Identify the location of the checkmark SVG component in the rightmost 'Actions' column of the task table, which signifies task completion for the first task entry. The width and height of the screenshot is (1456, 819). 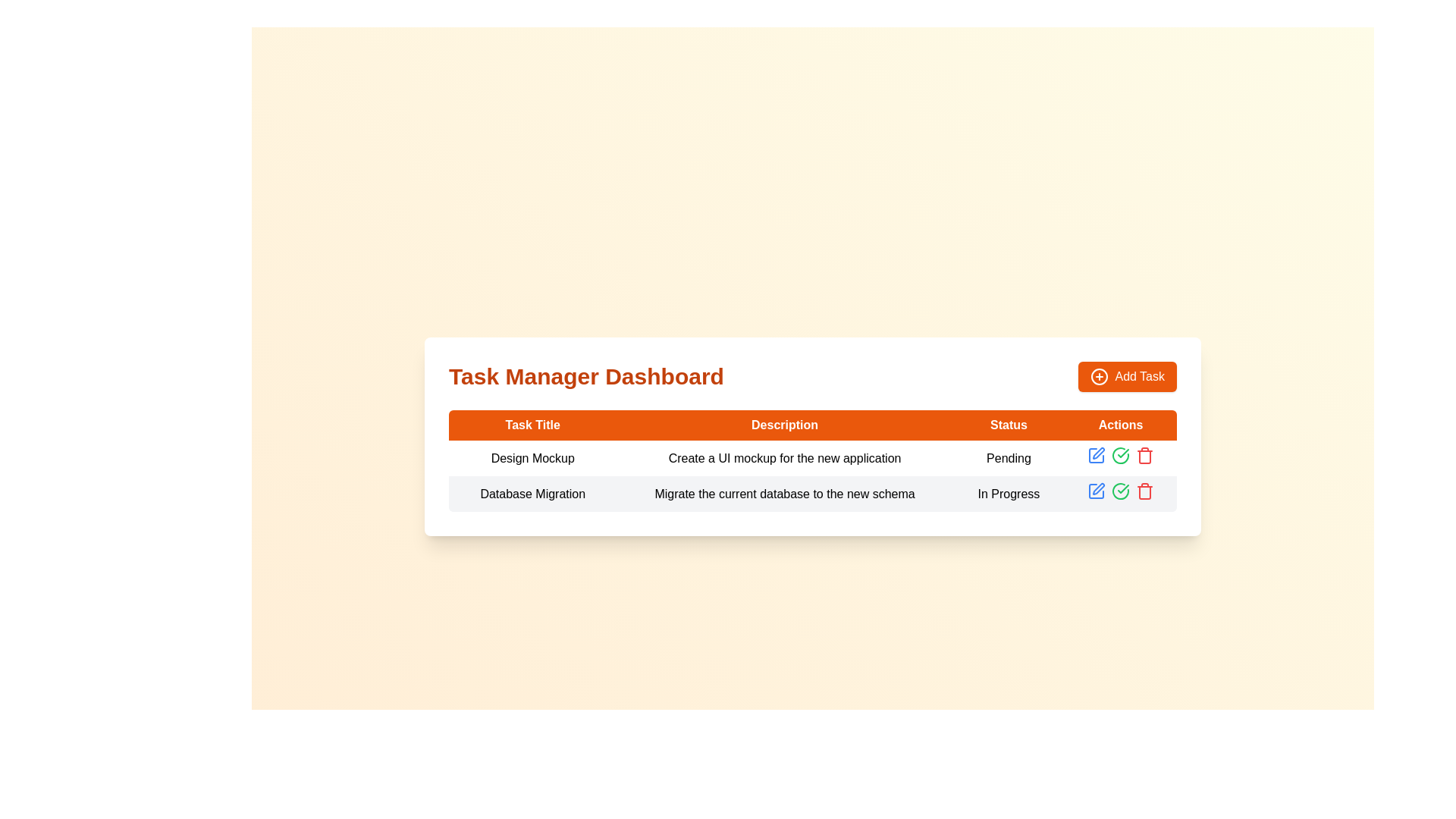
(1123, 488).